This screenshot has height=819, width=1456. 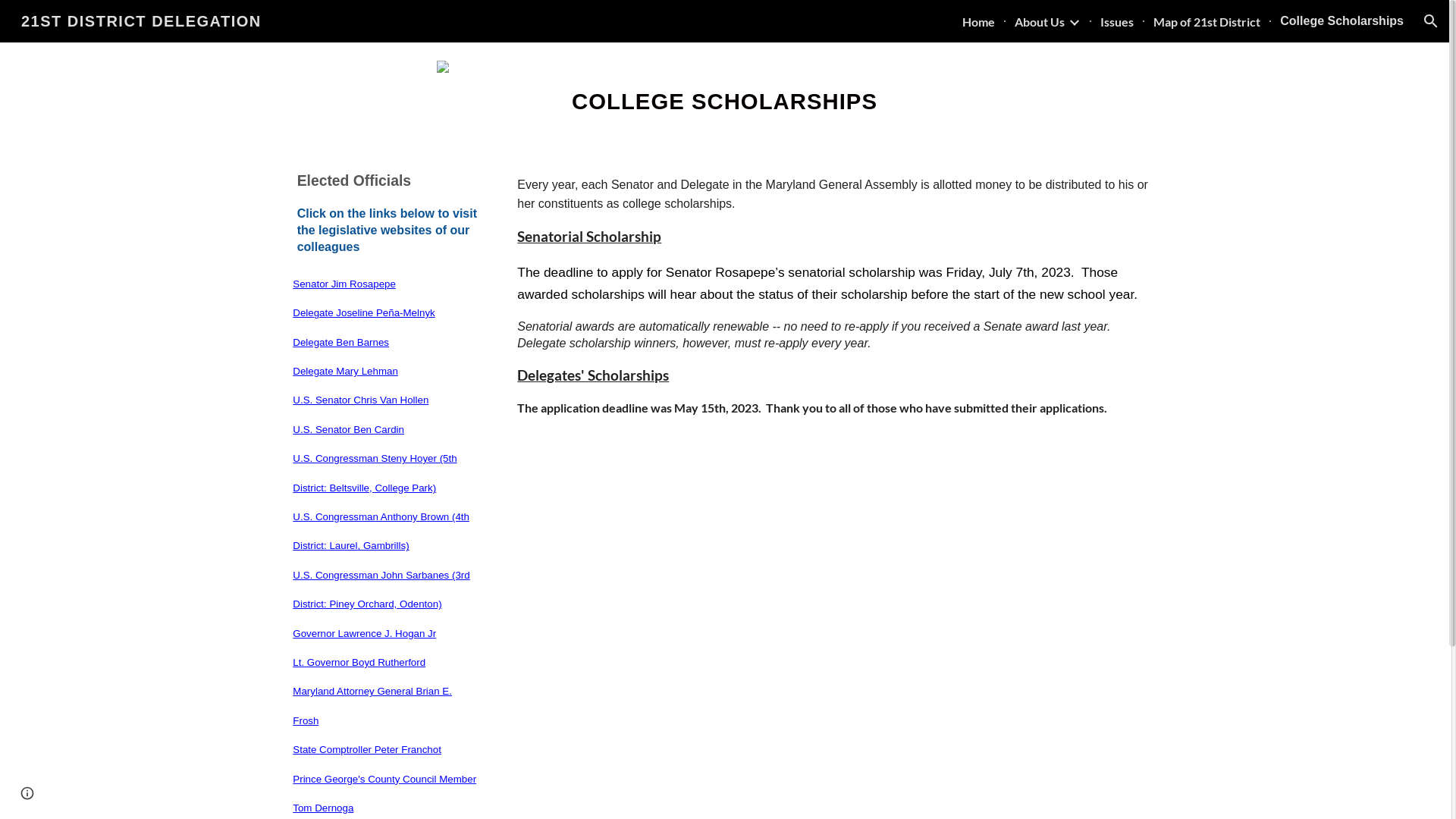 What do you see at coordinates (292, 398) in the screenshot?
I see `'U.S. Senator Chris Van Hollen'` at bounding box center [292, 398].